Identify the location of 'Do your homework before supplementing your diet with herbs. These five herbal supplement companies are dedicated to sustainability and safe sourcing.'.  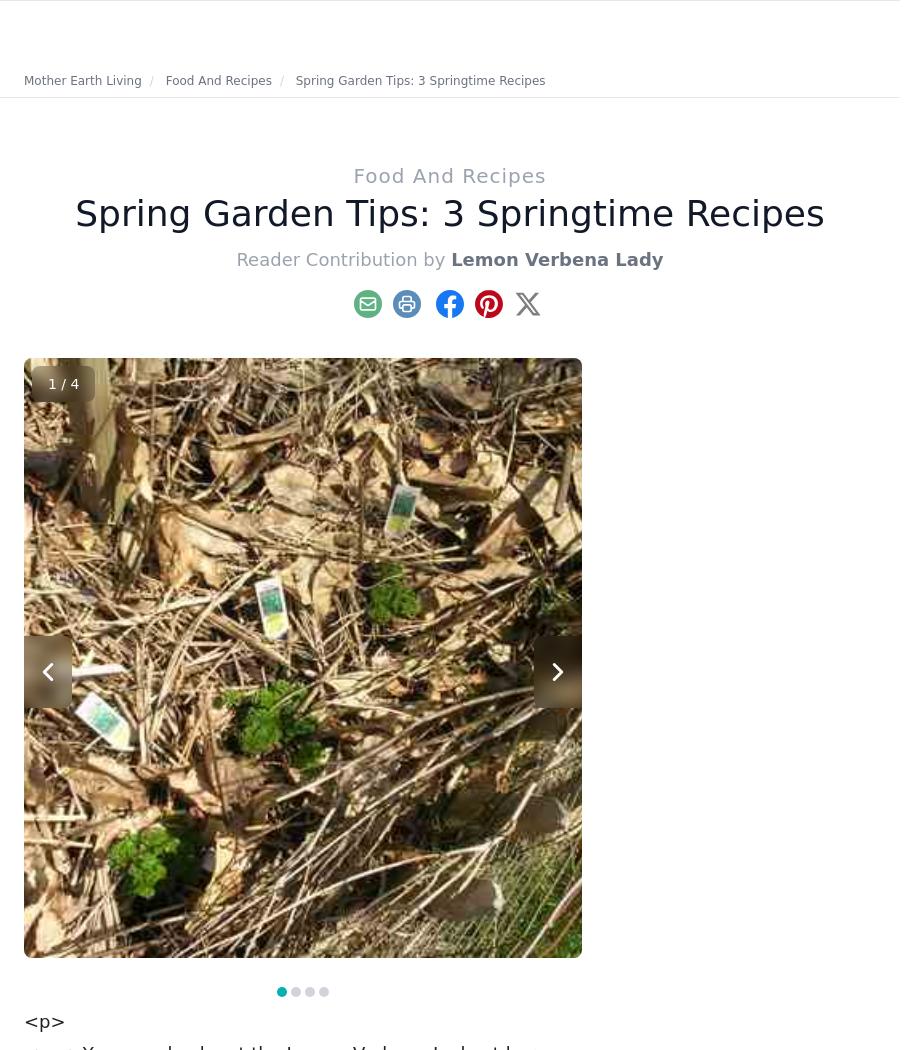
(782, 622).